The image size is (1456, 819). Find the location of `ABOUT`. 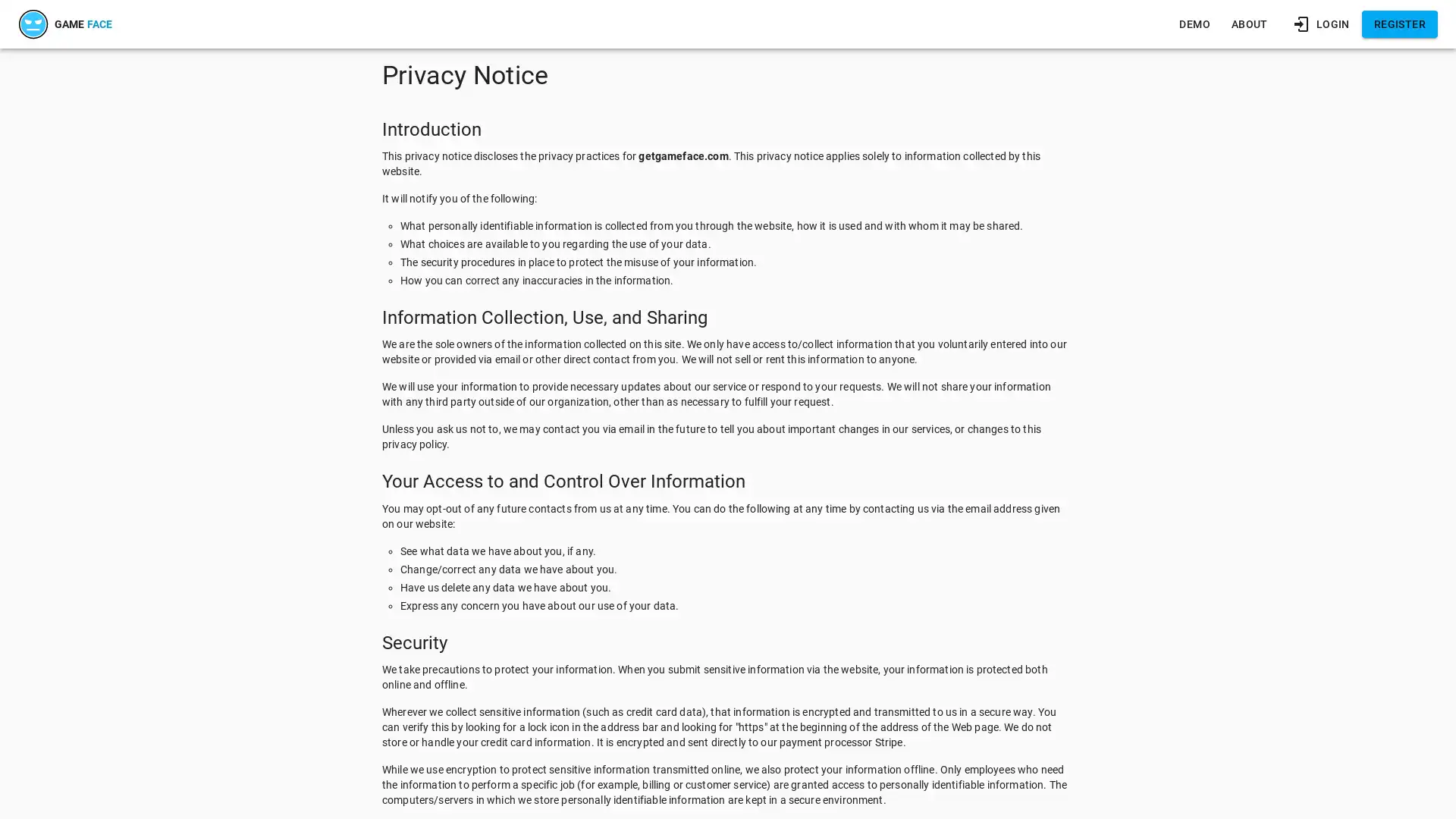

ABOUT is located at coordinates (1248, 24).